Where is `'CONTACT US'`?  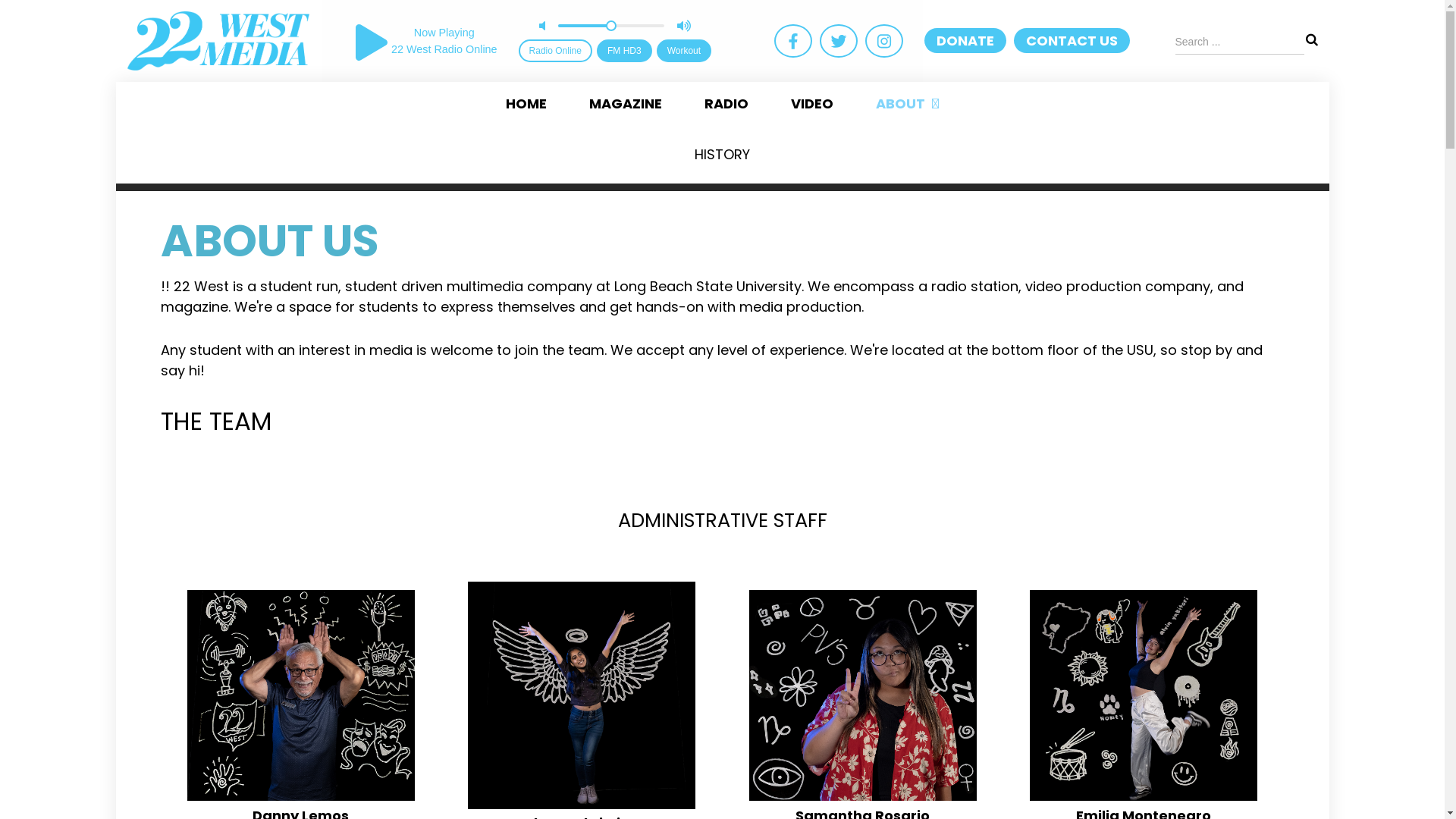 'CONTACT US' is located at coordinates (1071, 39).